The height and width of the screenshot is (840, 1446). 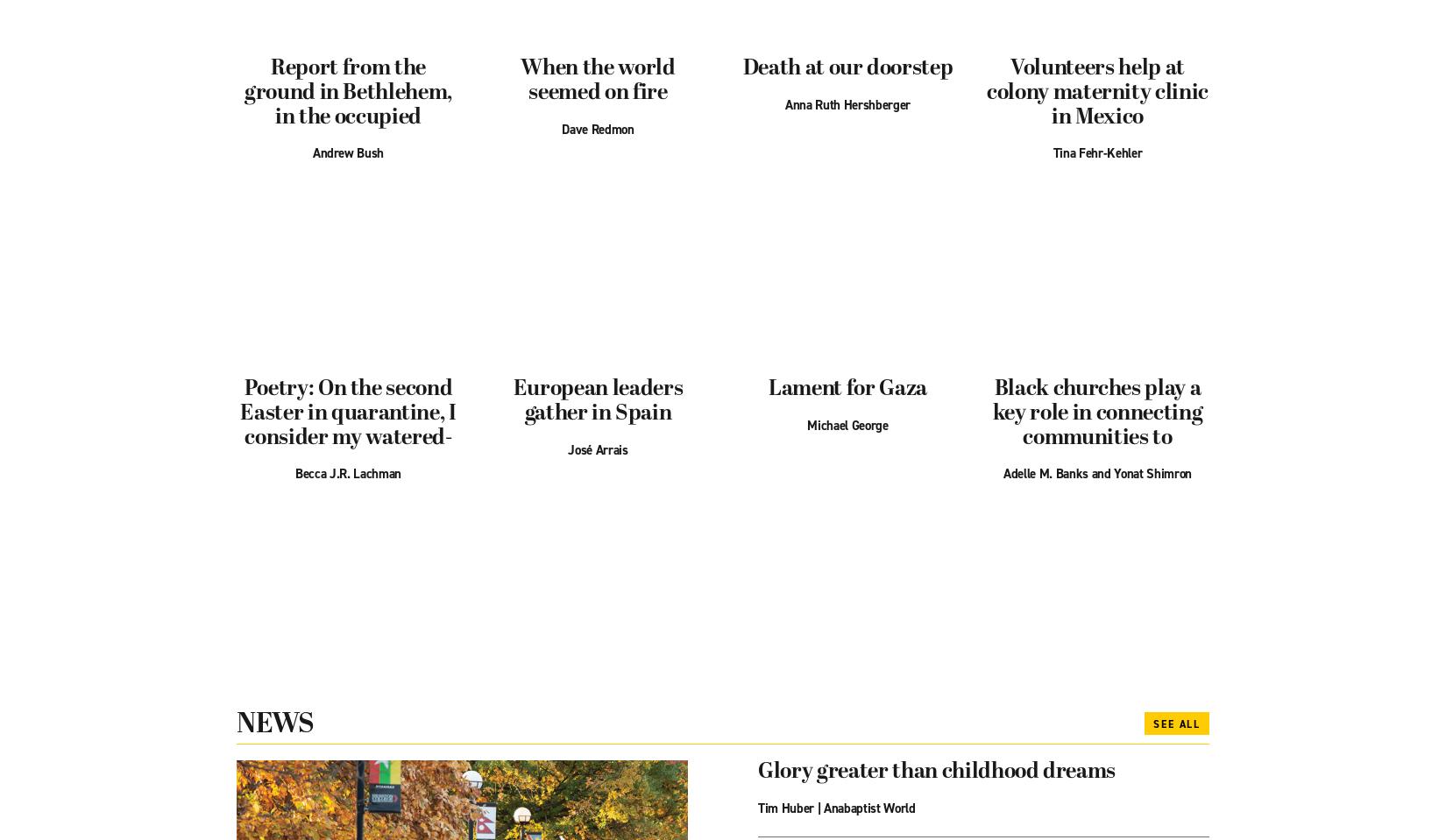 I want to click on 'See All', so click(x=1152, y=722).